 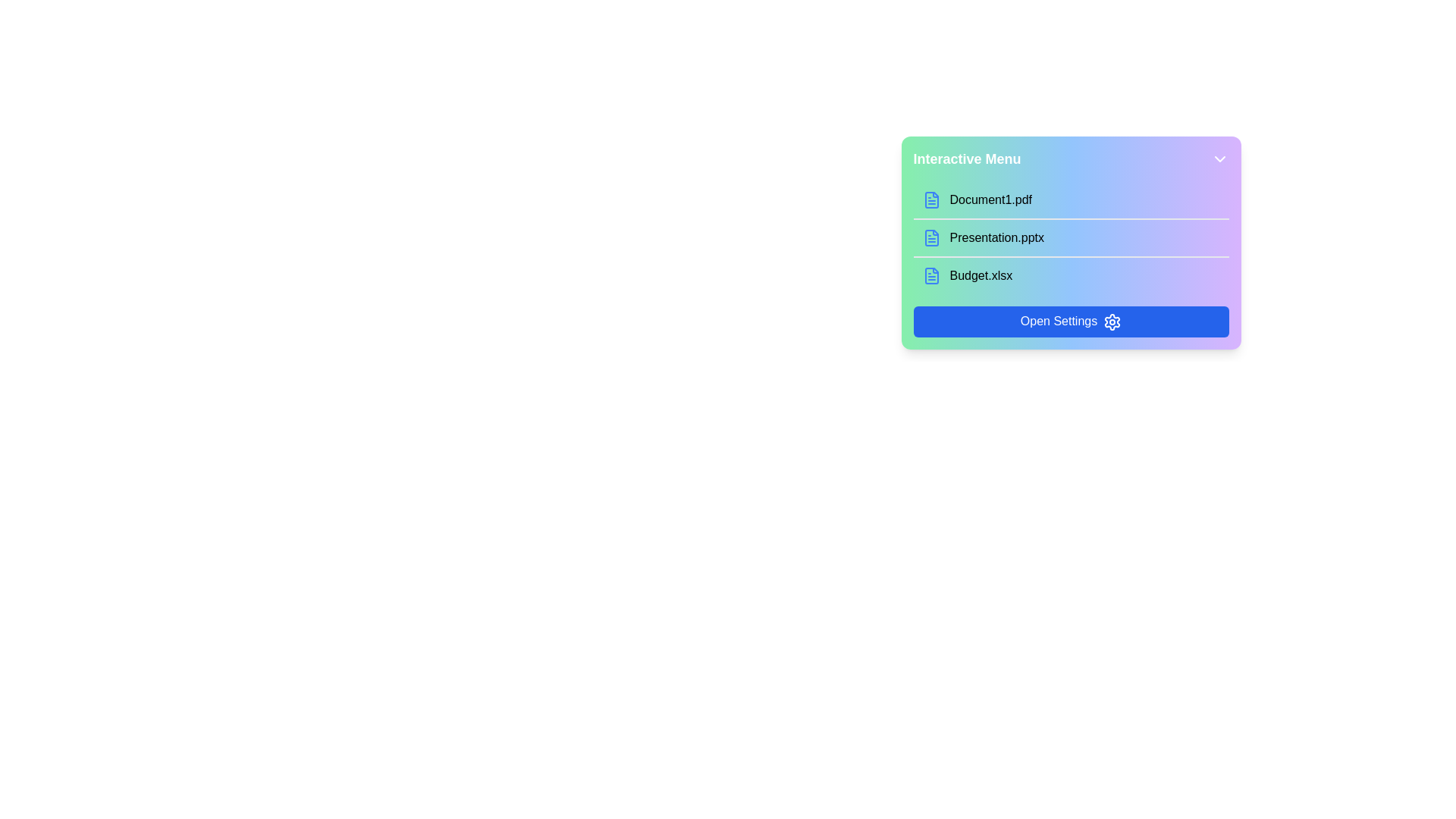 I want to click on the Interactive menu to interact with the selectable files ranging from 'Document1.pdf' to 'Open Settings', so click(x=1070, y=242).